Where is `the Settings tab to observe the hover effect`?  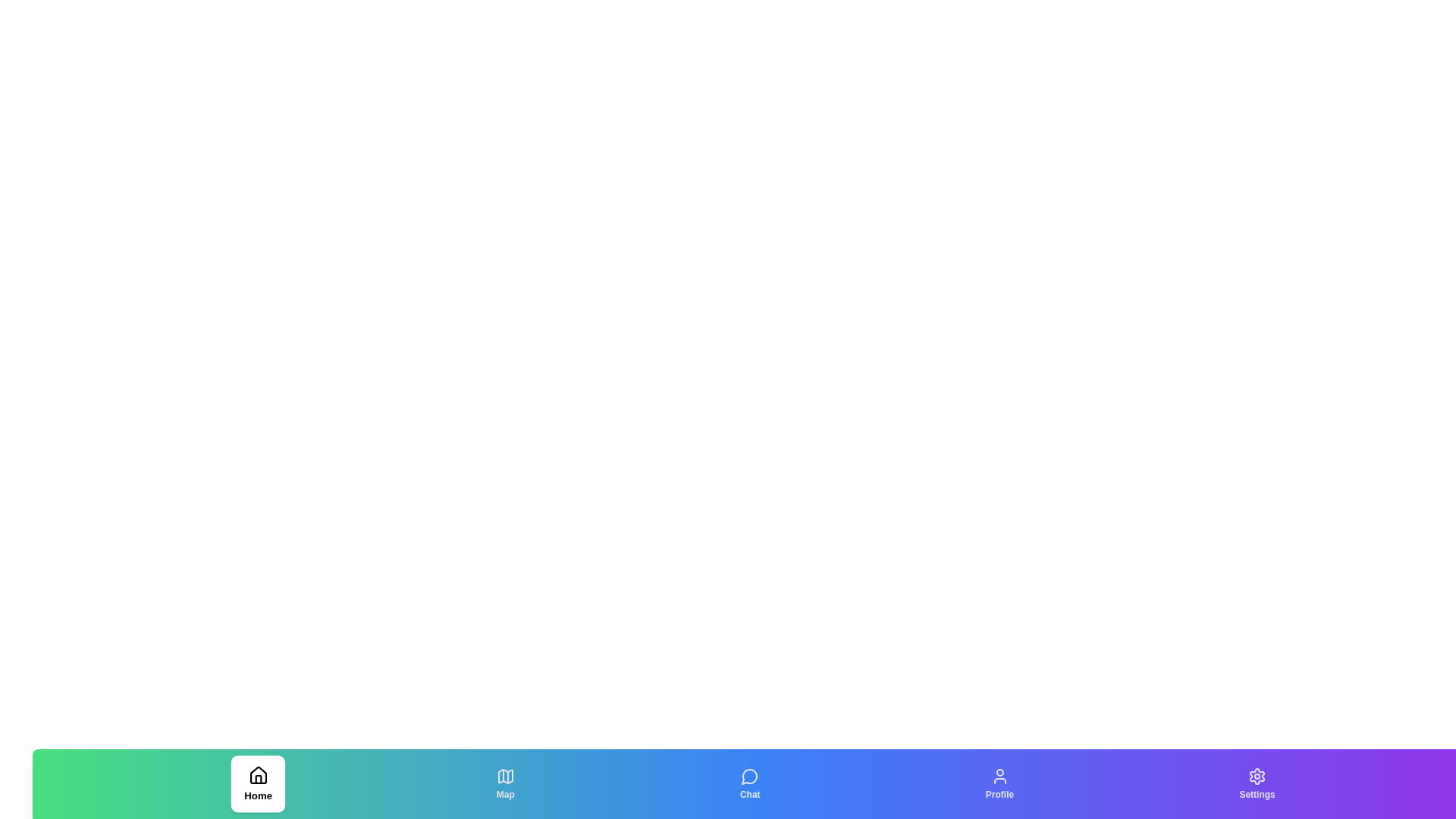 the Settings tab to observe the hover effect is located at coordinates (1257, 783).